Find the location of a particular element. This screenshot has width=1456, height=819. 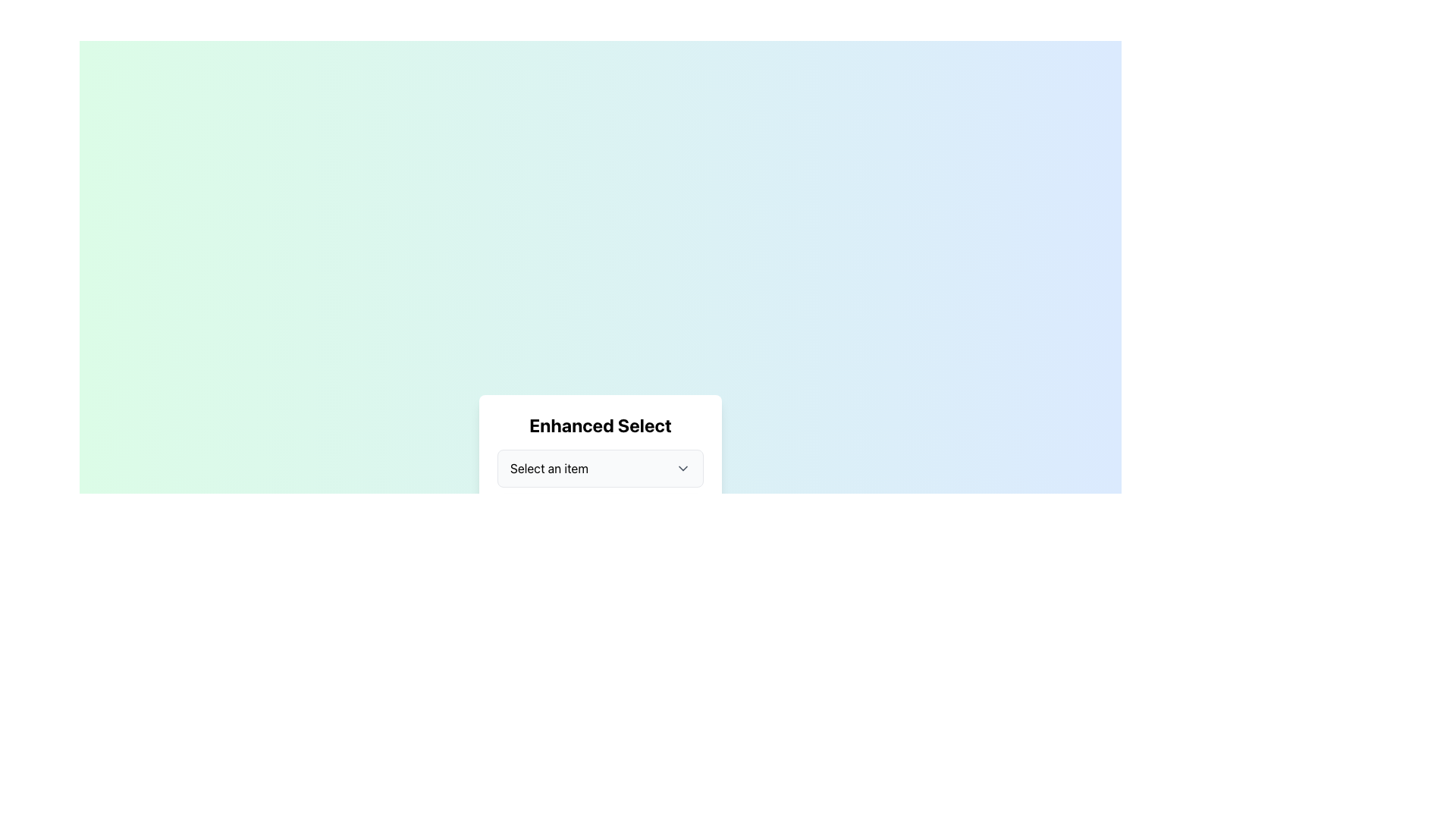

the chevron-down icon, which is styled with a gray stroke and located inside a white bordered box next to the text 'Select an item' is located at coordinates (682, 467).